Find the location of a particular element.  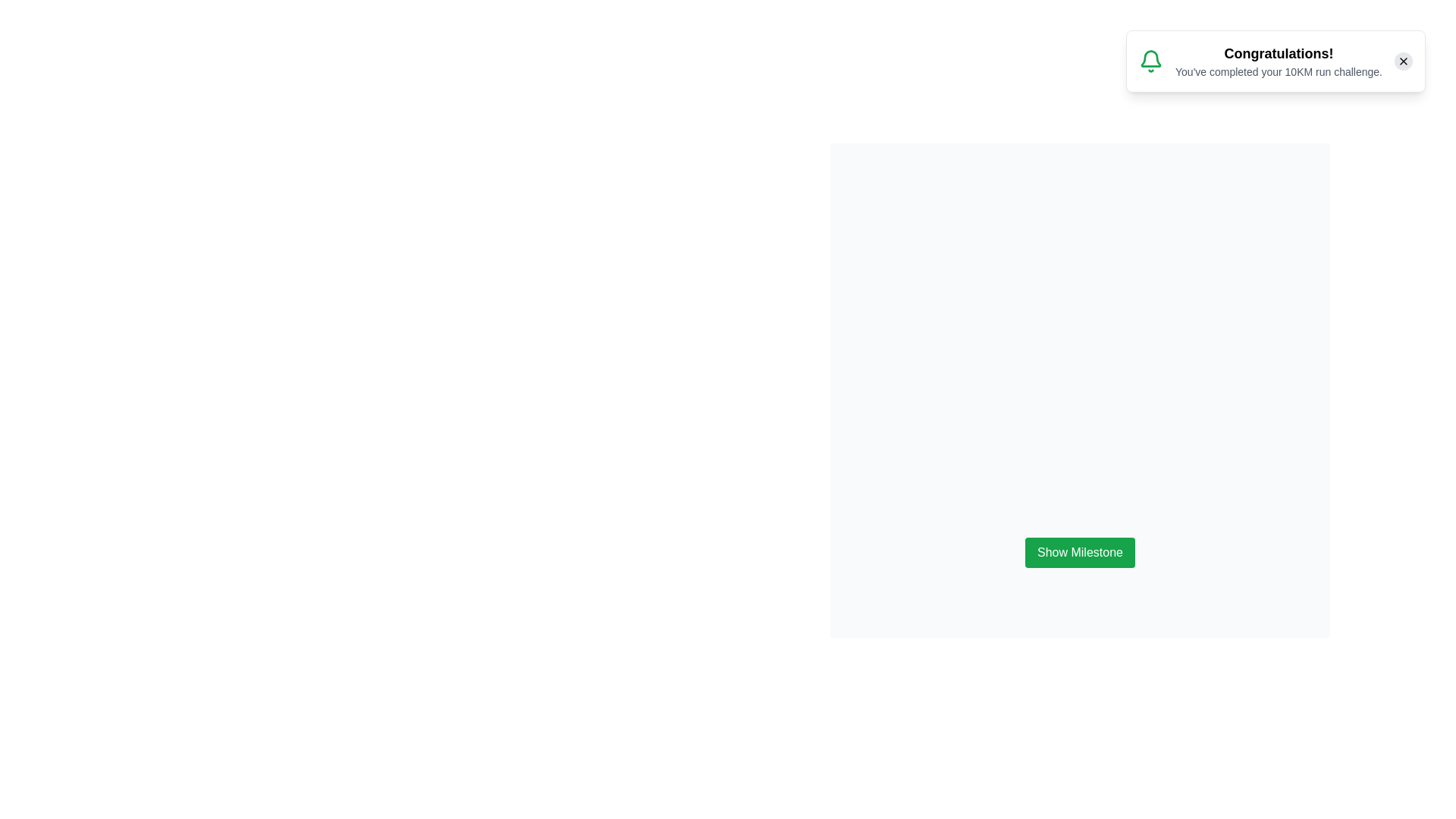

the notification icon is located at coordinates (1150, 61).